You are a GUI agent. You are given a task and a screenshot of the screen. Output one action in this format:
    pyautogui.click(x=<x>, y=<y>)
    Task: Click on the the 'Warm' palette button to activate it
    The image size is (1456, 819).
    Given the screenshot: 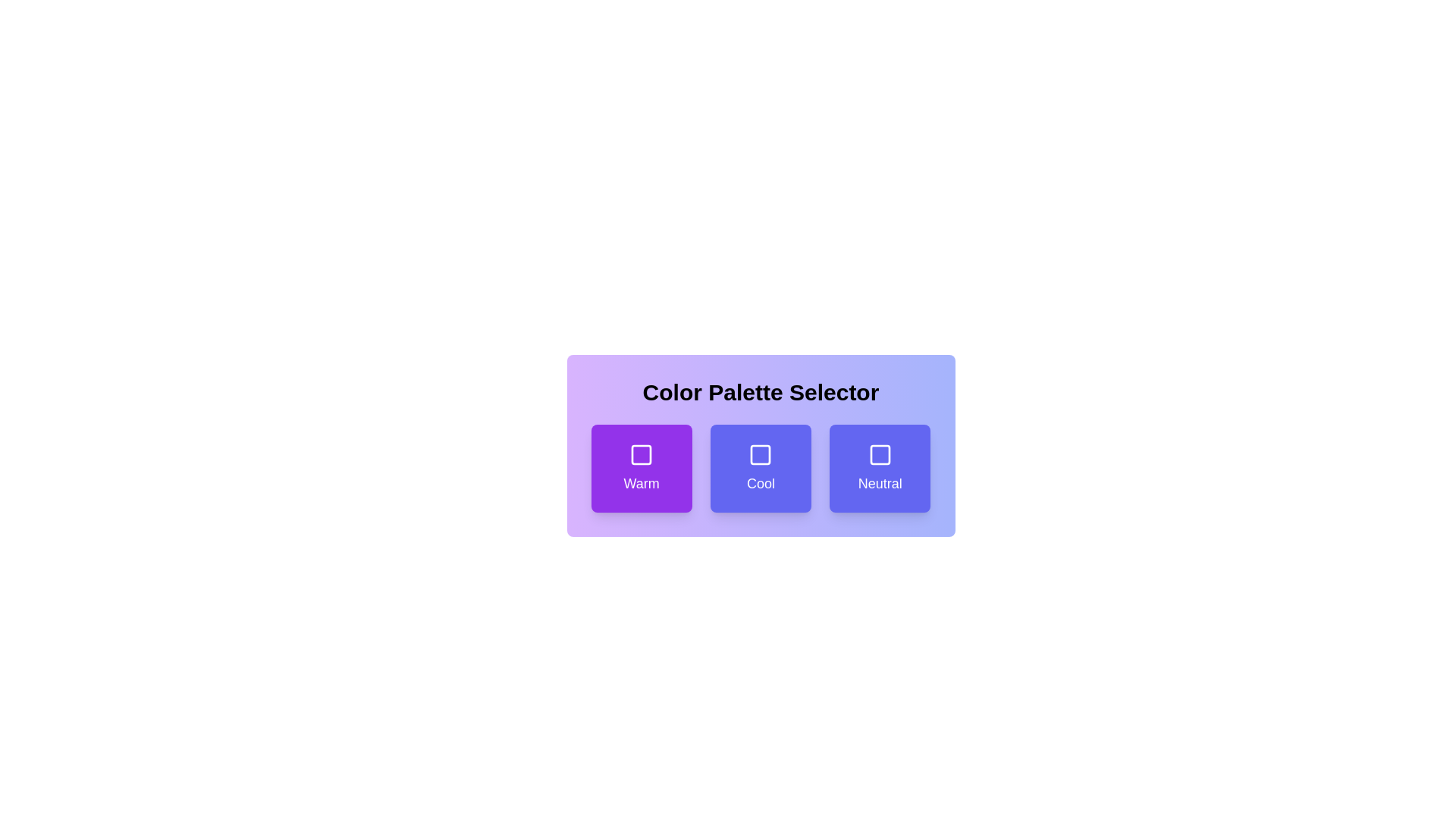 What is the action you would take?
    pyautogui.click(x=642, y=467)
    